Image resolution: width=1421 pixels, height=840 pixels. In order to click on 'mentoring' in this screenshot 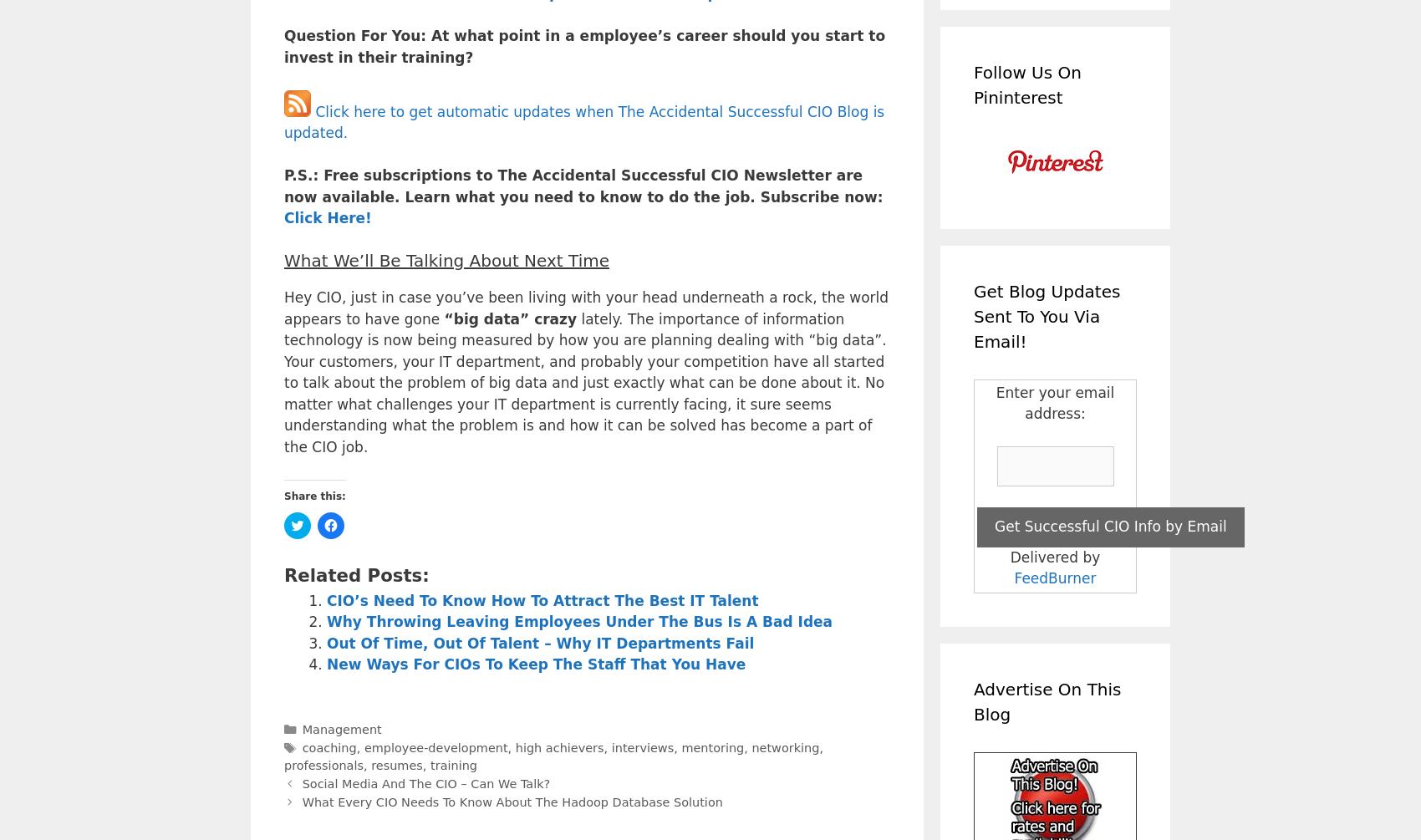, I will do `click(680, 746)`.